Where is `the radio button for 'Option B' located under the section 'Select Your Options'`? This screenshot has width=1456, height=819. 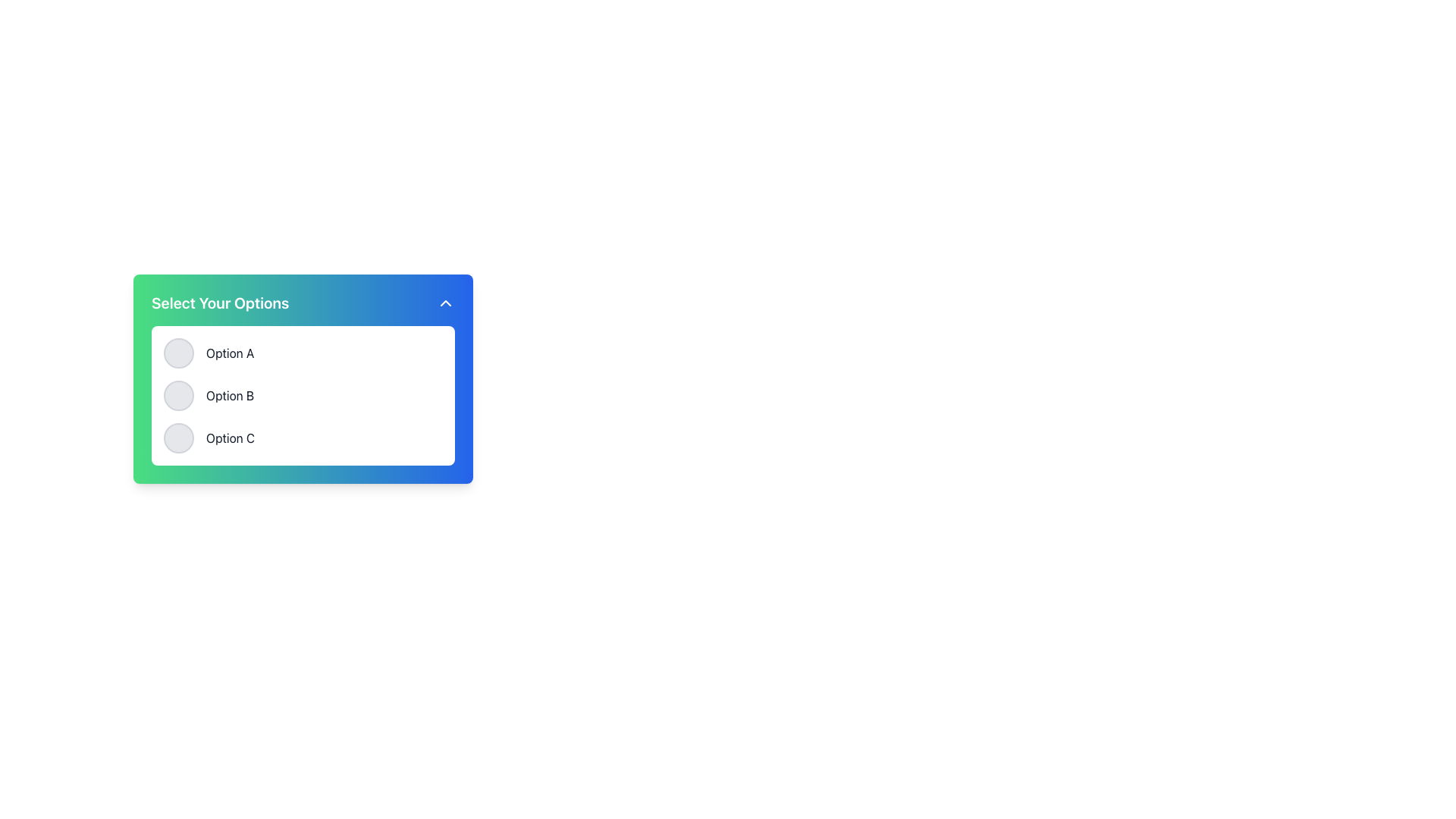 the radio button for 'Option B' located under the section 'Select Your Options' is located at coordinates (178, 394).